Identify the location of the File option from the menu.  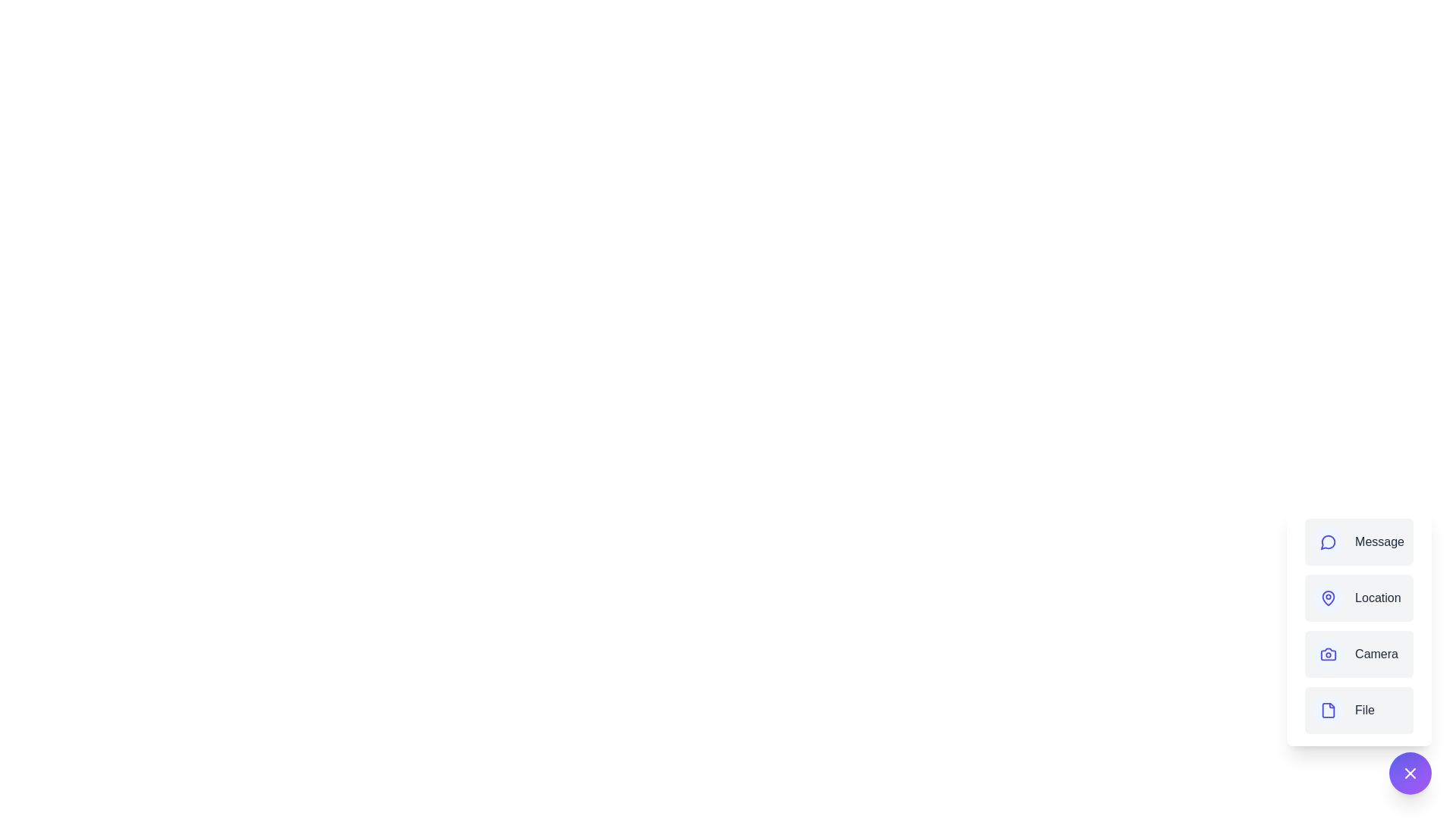
(1358, 711).